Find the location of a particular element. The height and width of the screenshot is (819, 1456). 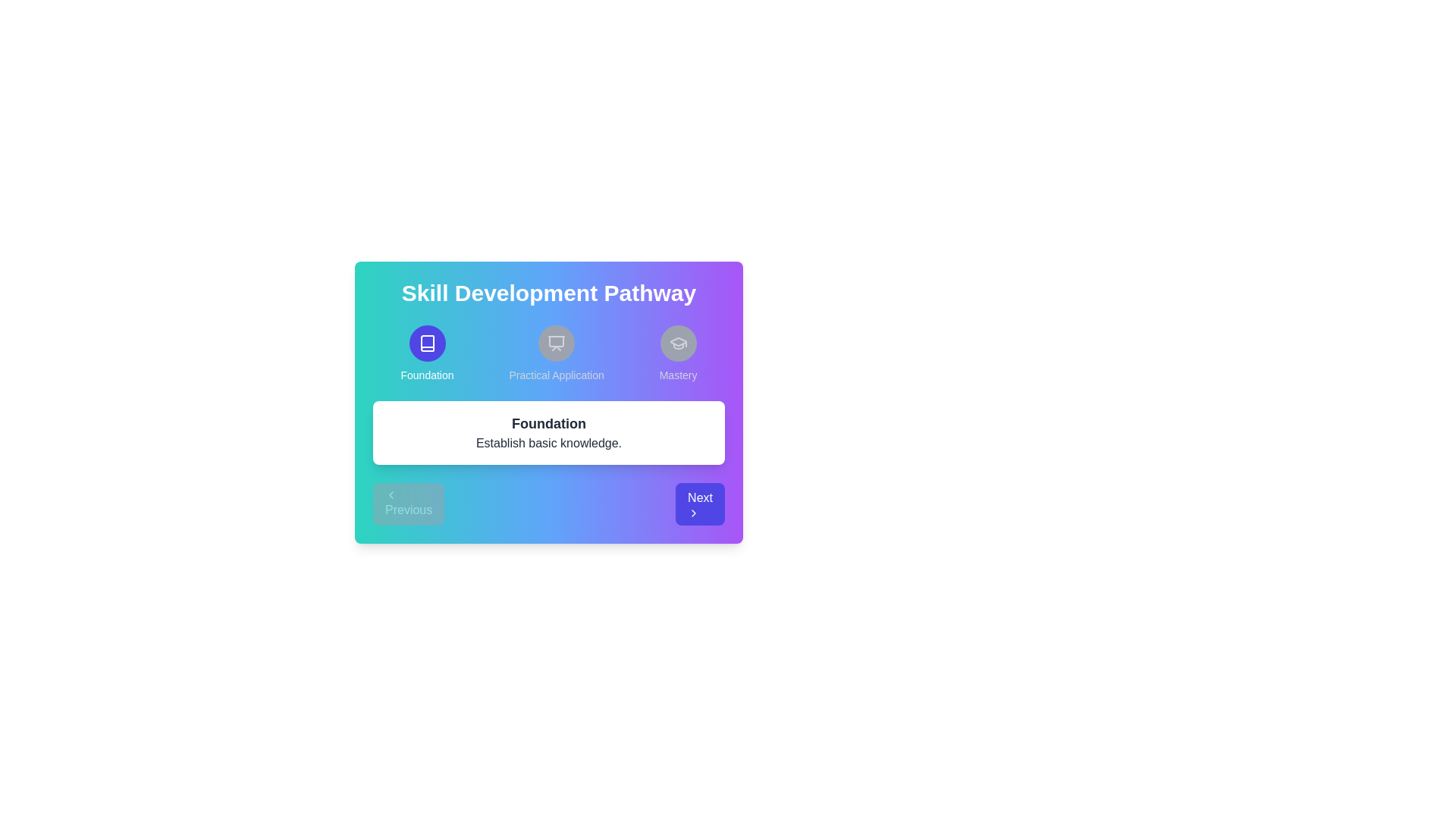

the phase indicator for Practical Application to jump to that phase is located at coordinates (556, 353).